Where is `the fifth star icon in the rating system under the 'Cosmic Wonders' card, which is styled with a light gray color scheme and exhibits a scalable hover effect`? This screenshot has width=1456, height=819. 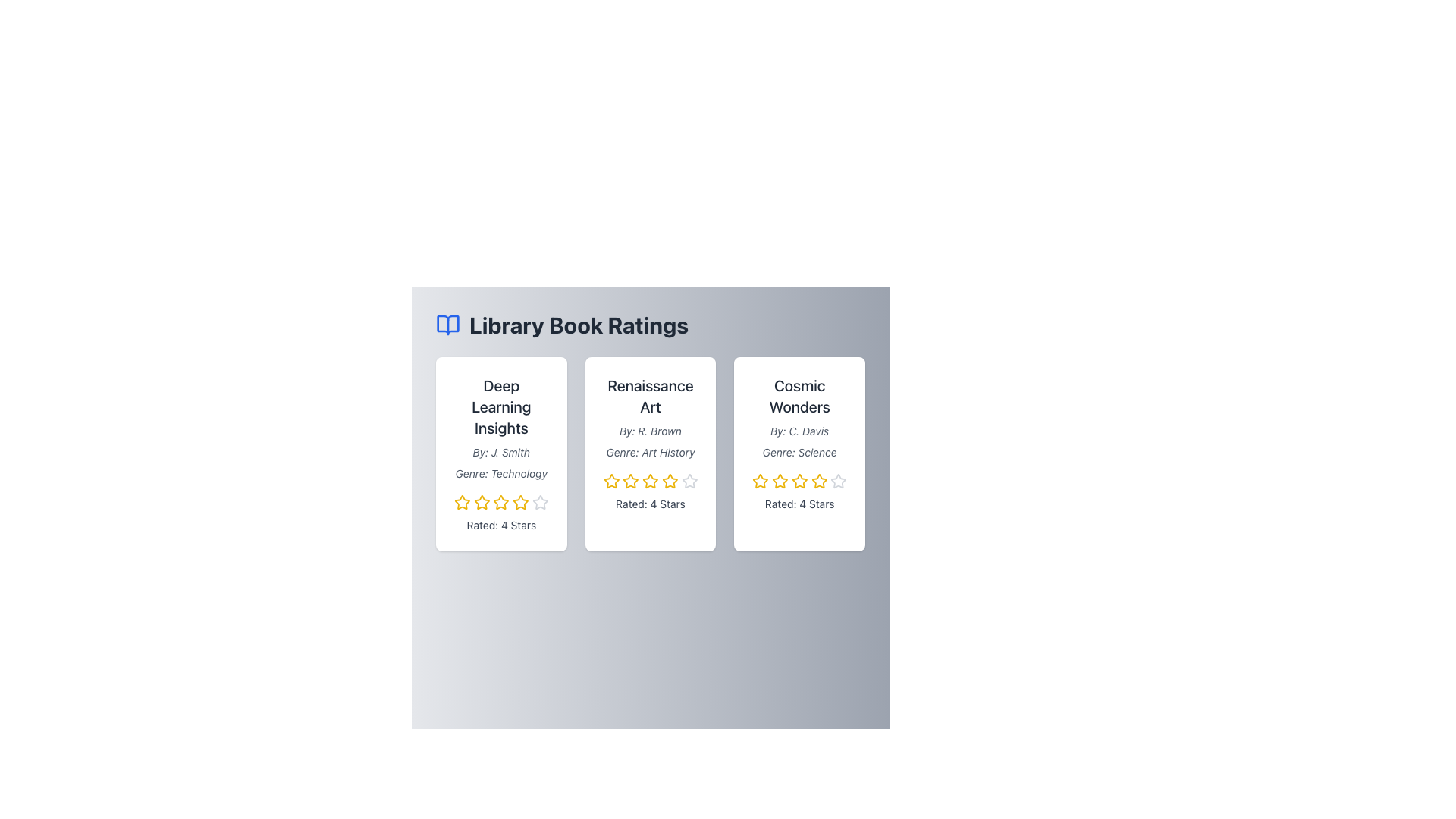
the fifth star icon in the rating system under the 'Cosmic Wonders' card, which is styled with a light gray color scheme and exhibits a scalable hover effect is located at coordinates (838, 482).